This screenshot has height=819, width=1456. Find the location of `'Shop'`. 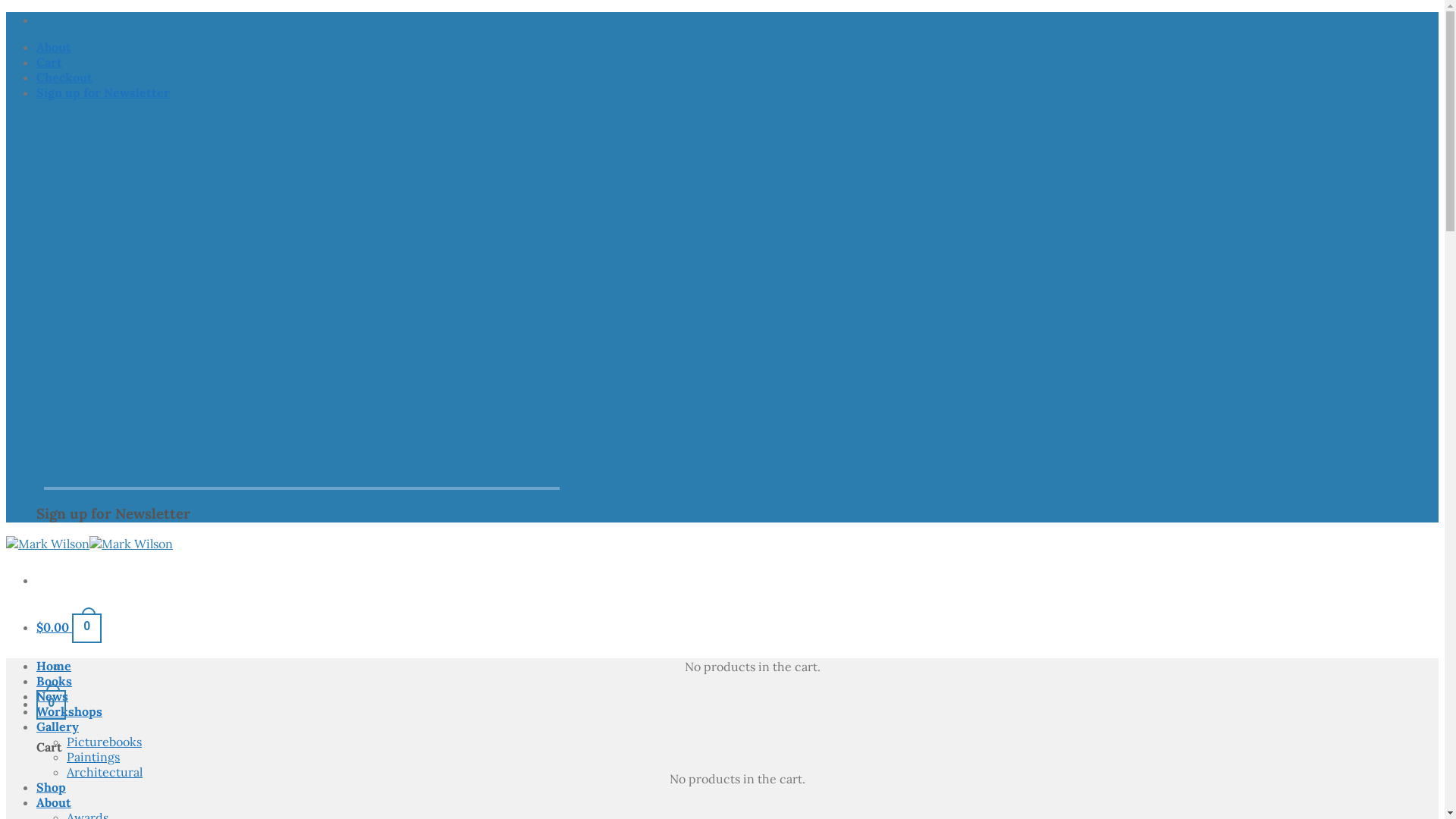

'Shop' is located at coordinates (36, 786).